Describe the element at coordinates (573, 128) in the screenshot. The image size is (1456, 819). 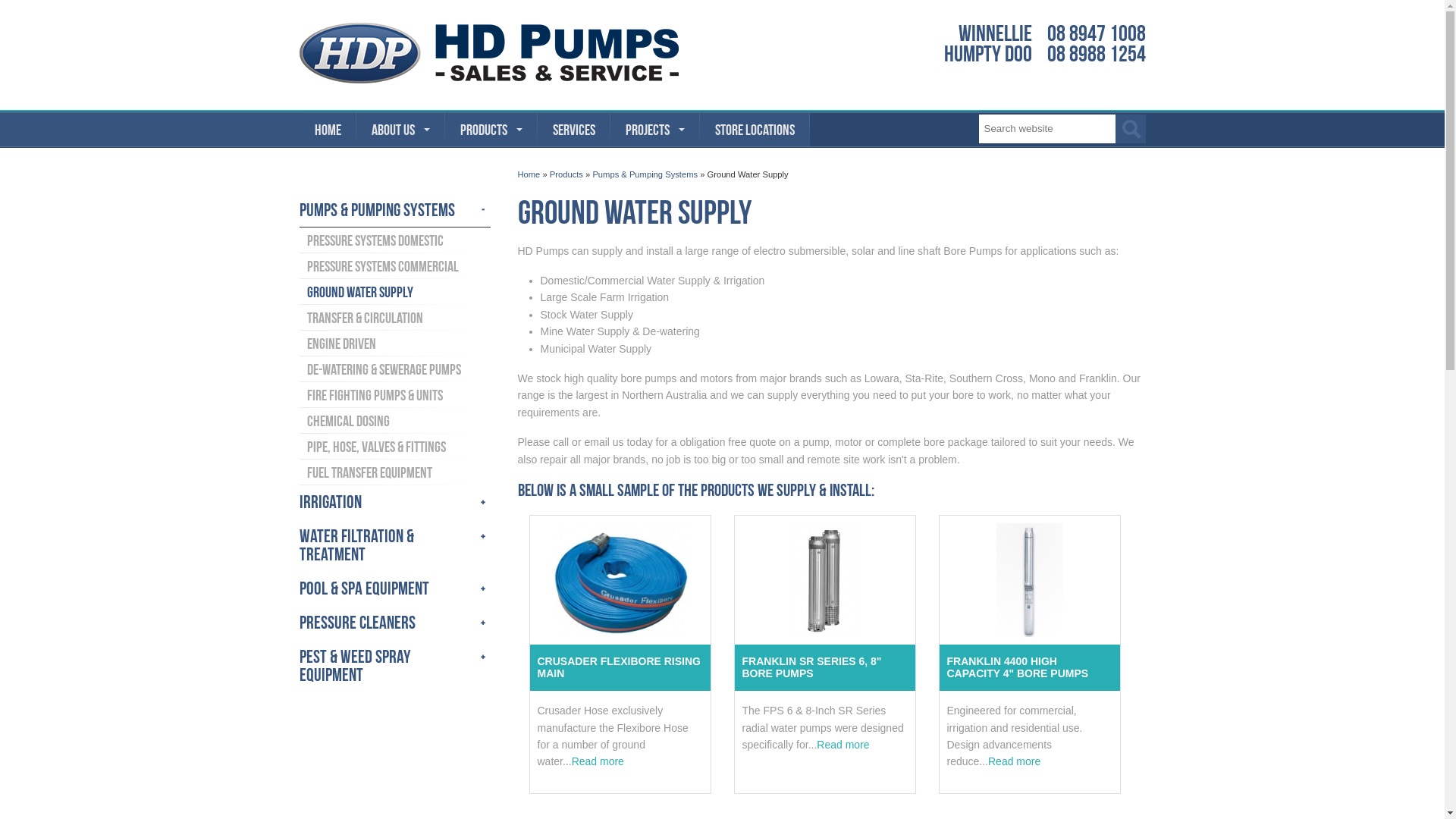
I see `'SERVICES'` at that location.